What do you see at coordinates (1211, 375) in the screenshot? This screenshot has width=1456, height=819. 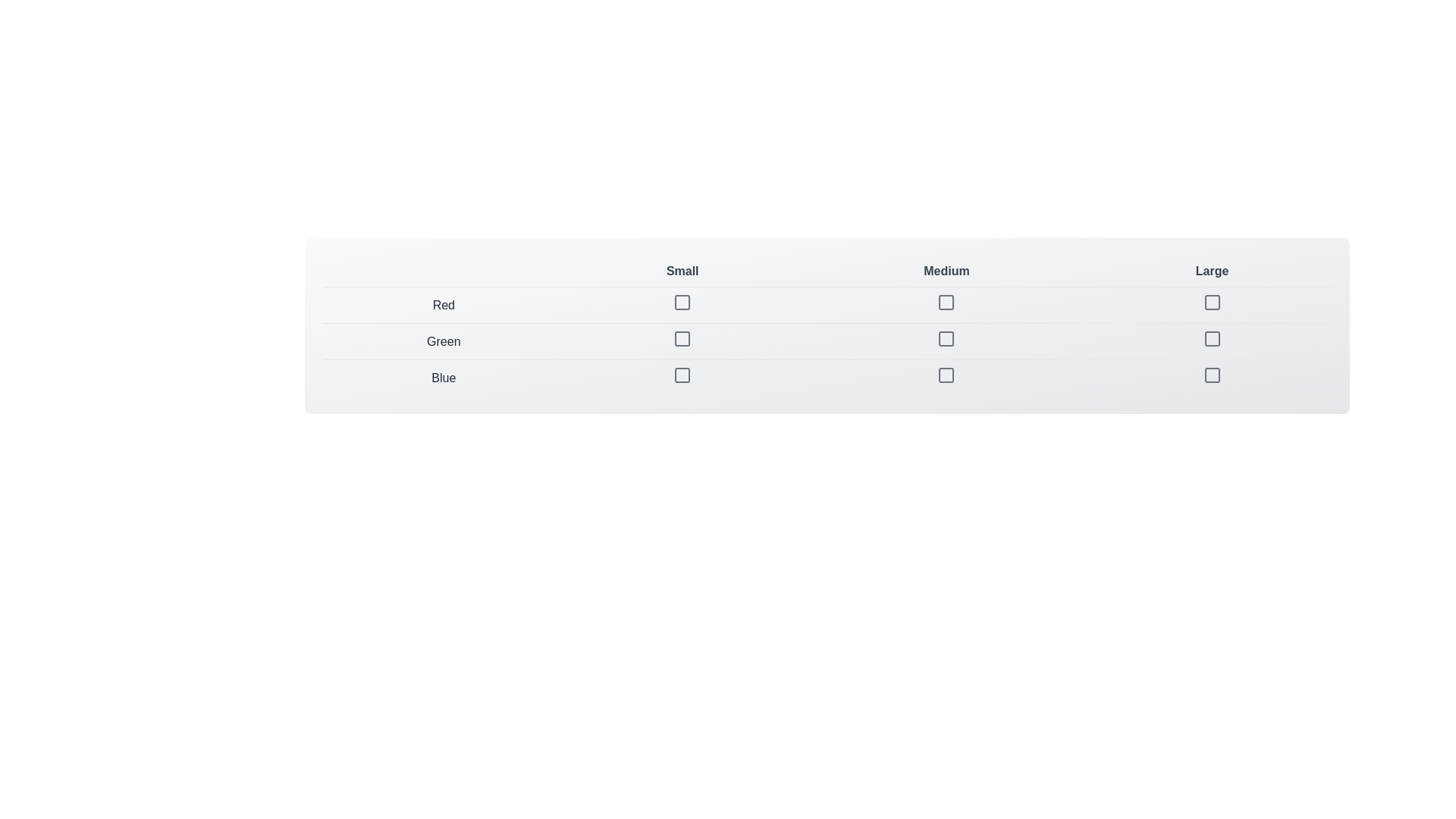 I see `the square-shaped checkbox located in the 'Large' column of the 'Blue' row within the grid structure` at bounding box center [1211, 375].